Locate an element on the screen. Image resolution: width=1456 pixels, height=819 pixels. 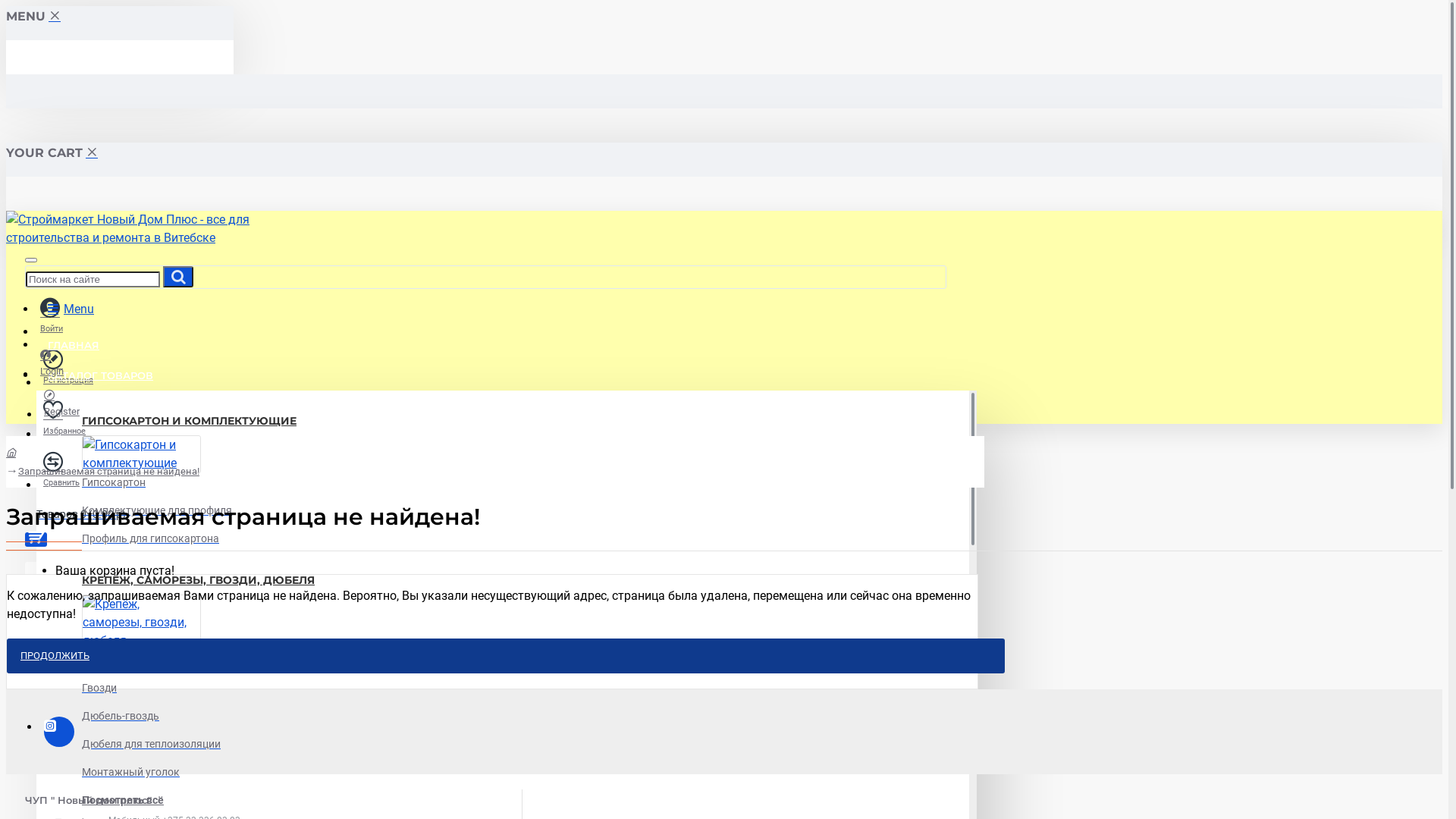
'Instagram' is located at coordinates (58, 730).